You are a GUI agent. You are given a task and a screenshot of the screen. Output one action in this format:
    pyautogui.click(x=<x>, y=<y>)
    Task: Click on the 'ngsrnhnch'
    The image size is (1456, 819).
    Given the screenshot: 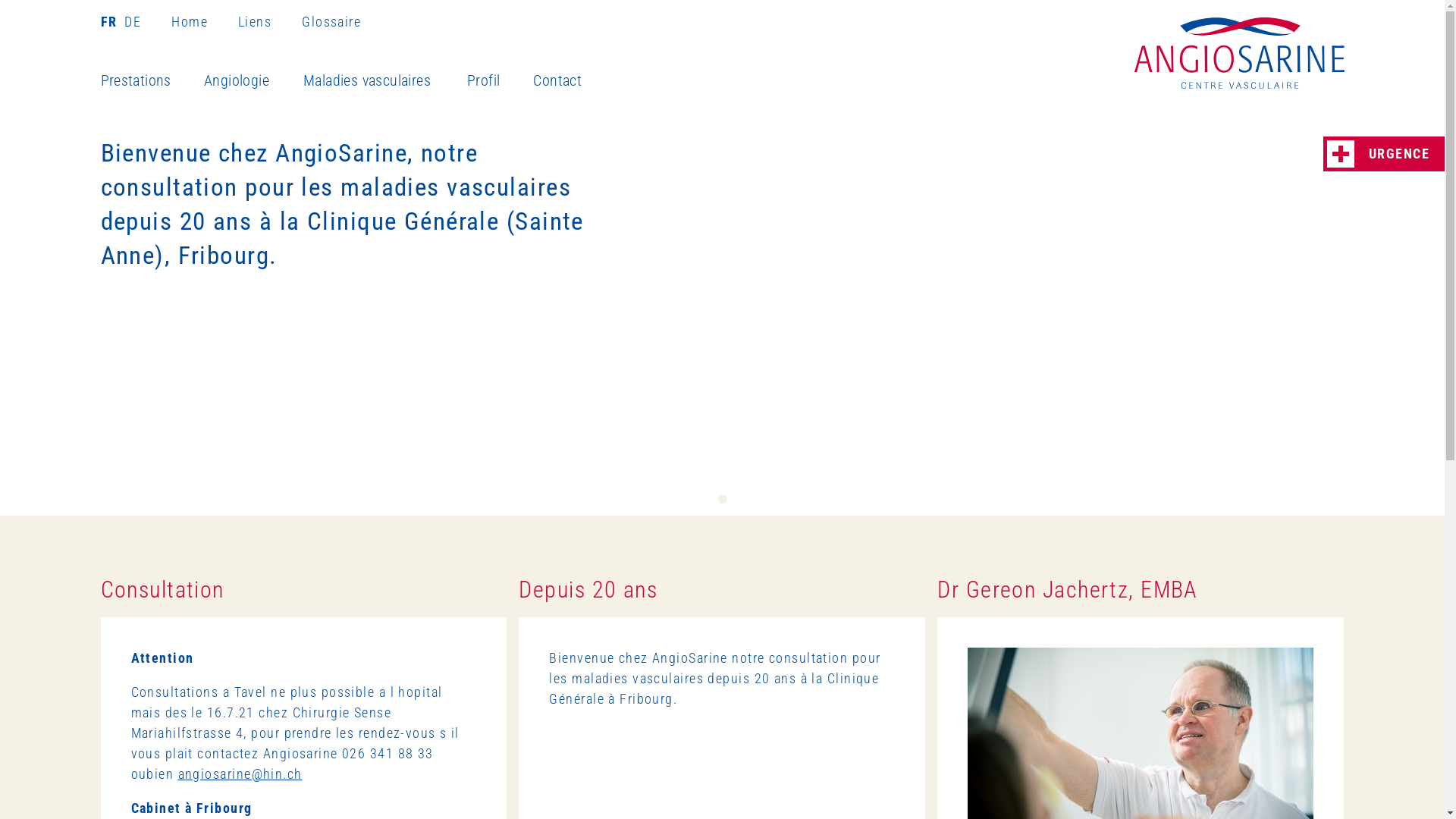 What is the action you would take?
    pyautogui.click(x=178, y=773)
    